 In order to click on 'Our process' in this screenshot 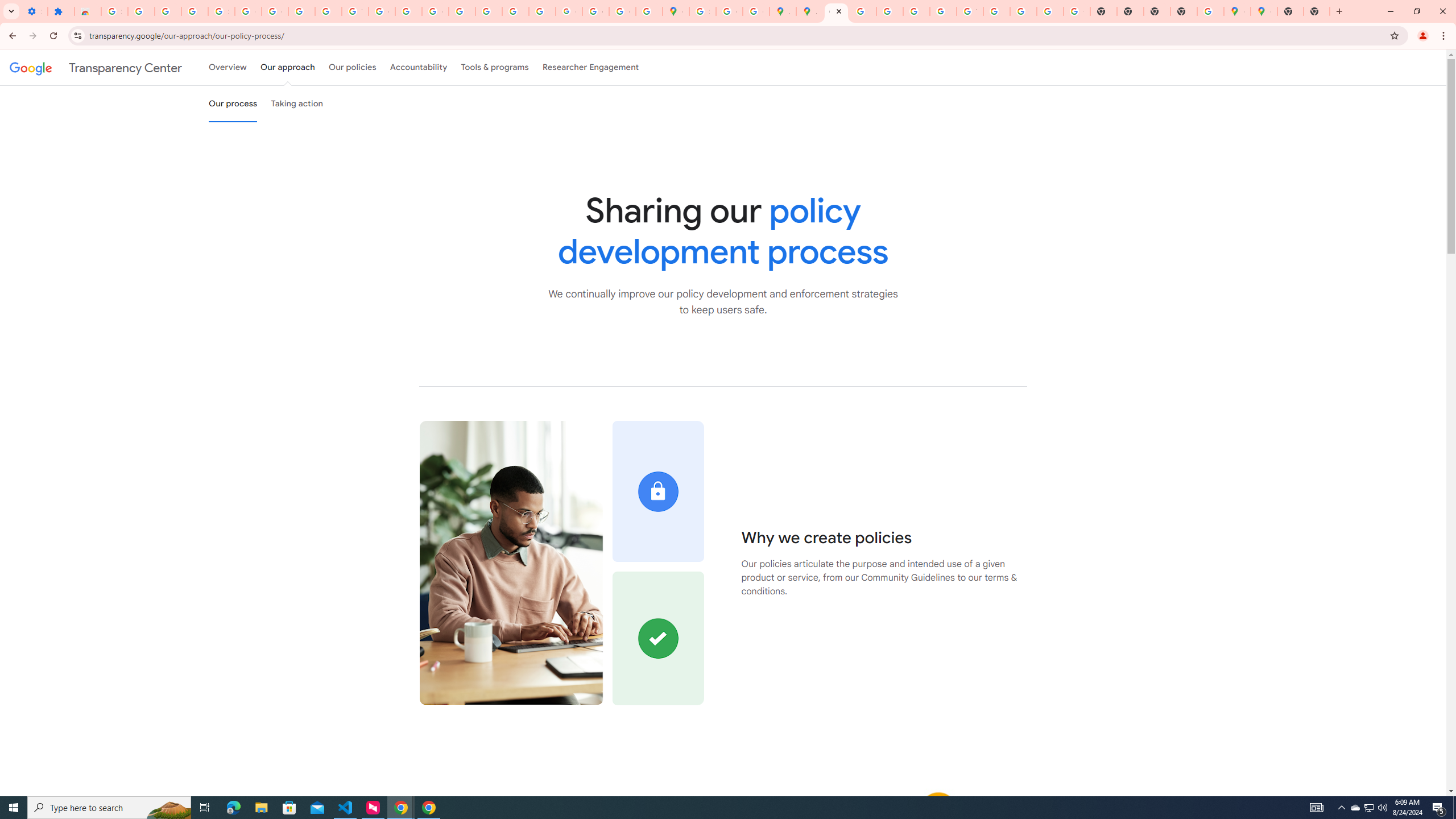, I will do `click(232, 103)`.